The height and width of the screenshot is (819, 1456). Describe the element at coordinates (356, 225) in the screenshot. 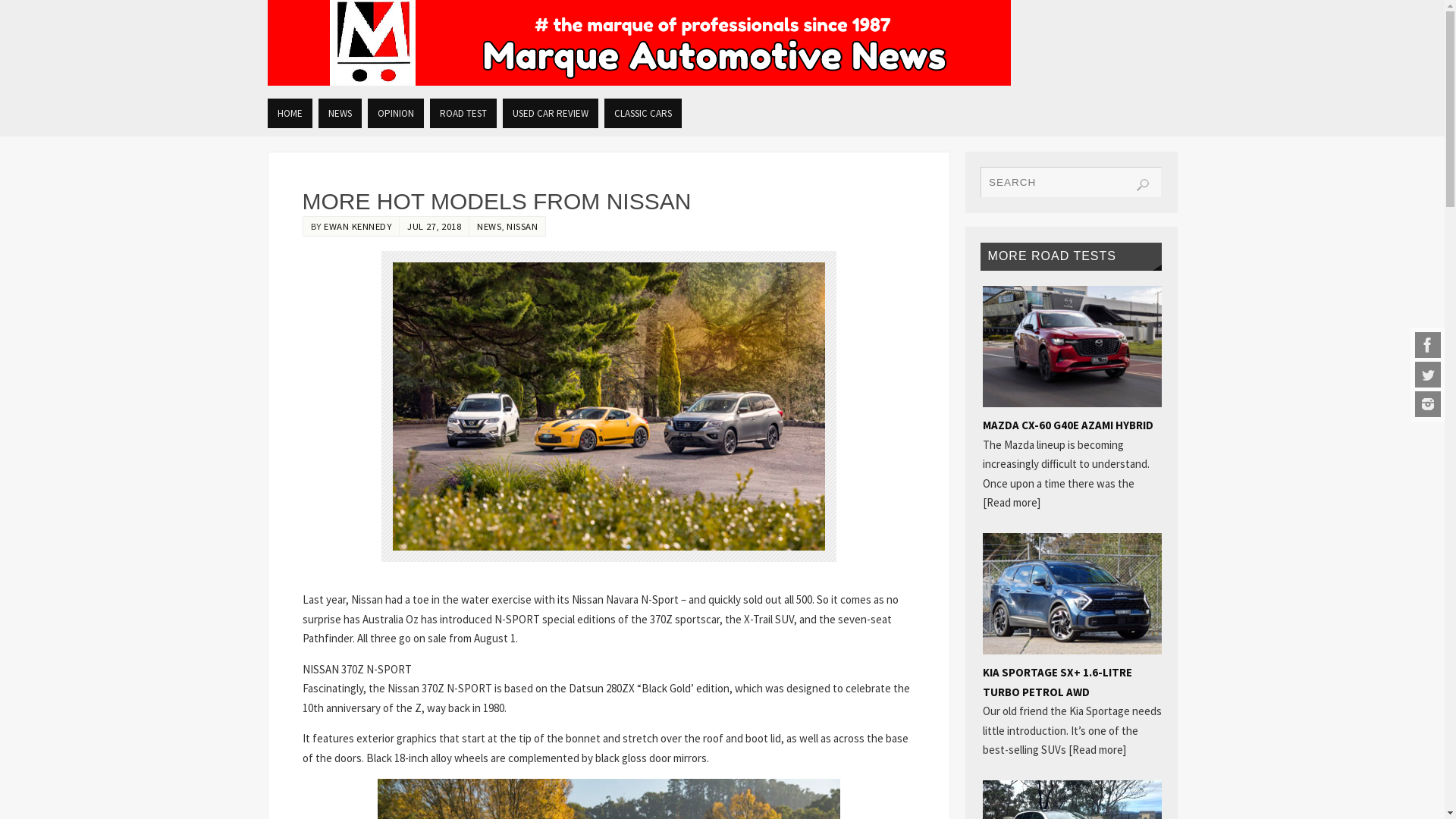

I see `'EWAN KENNEDY'` at that location.